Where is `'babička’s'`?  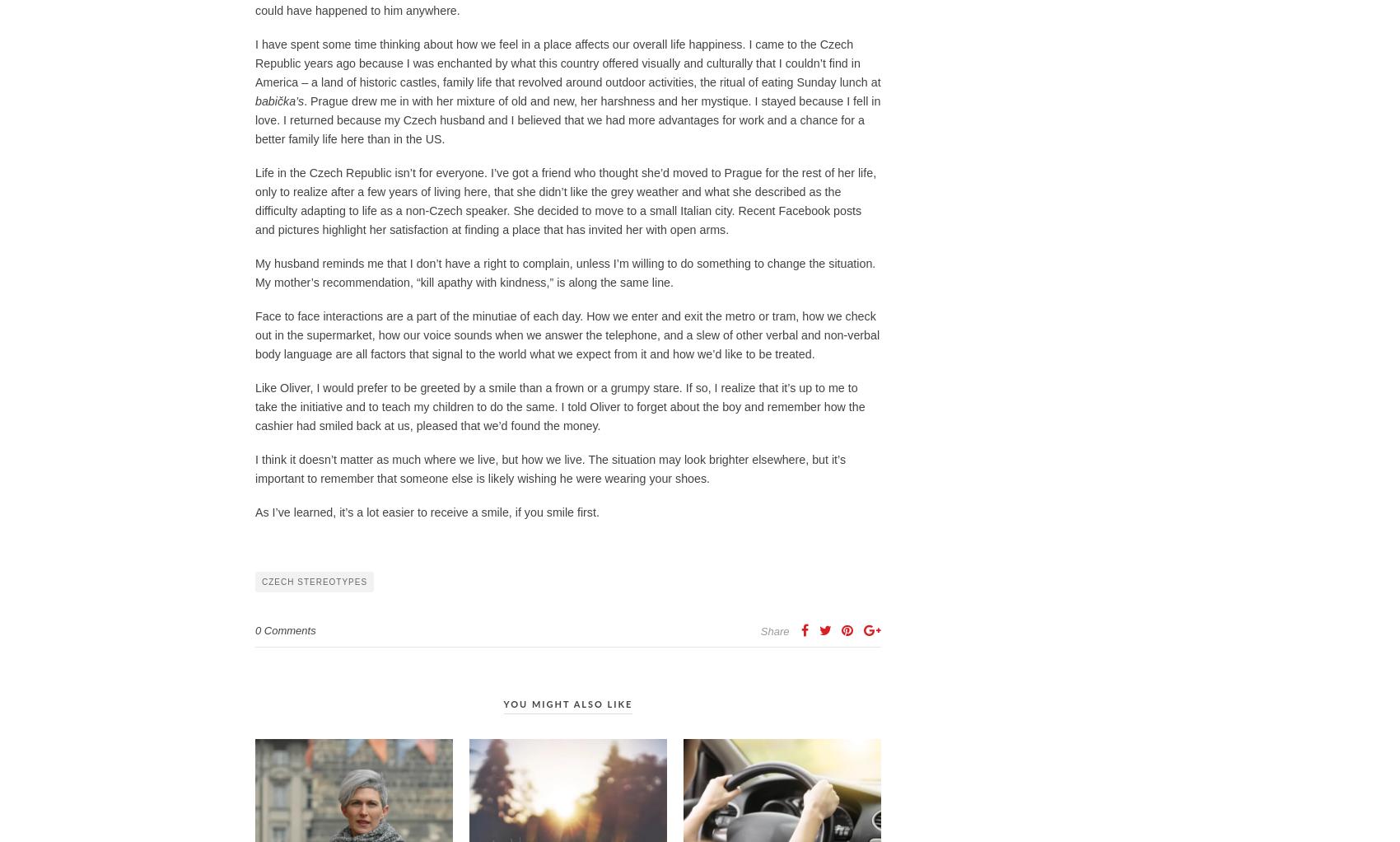
'babička’s' is located at coordinates (255, 101).